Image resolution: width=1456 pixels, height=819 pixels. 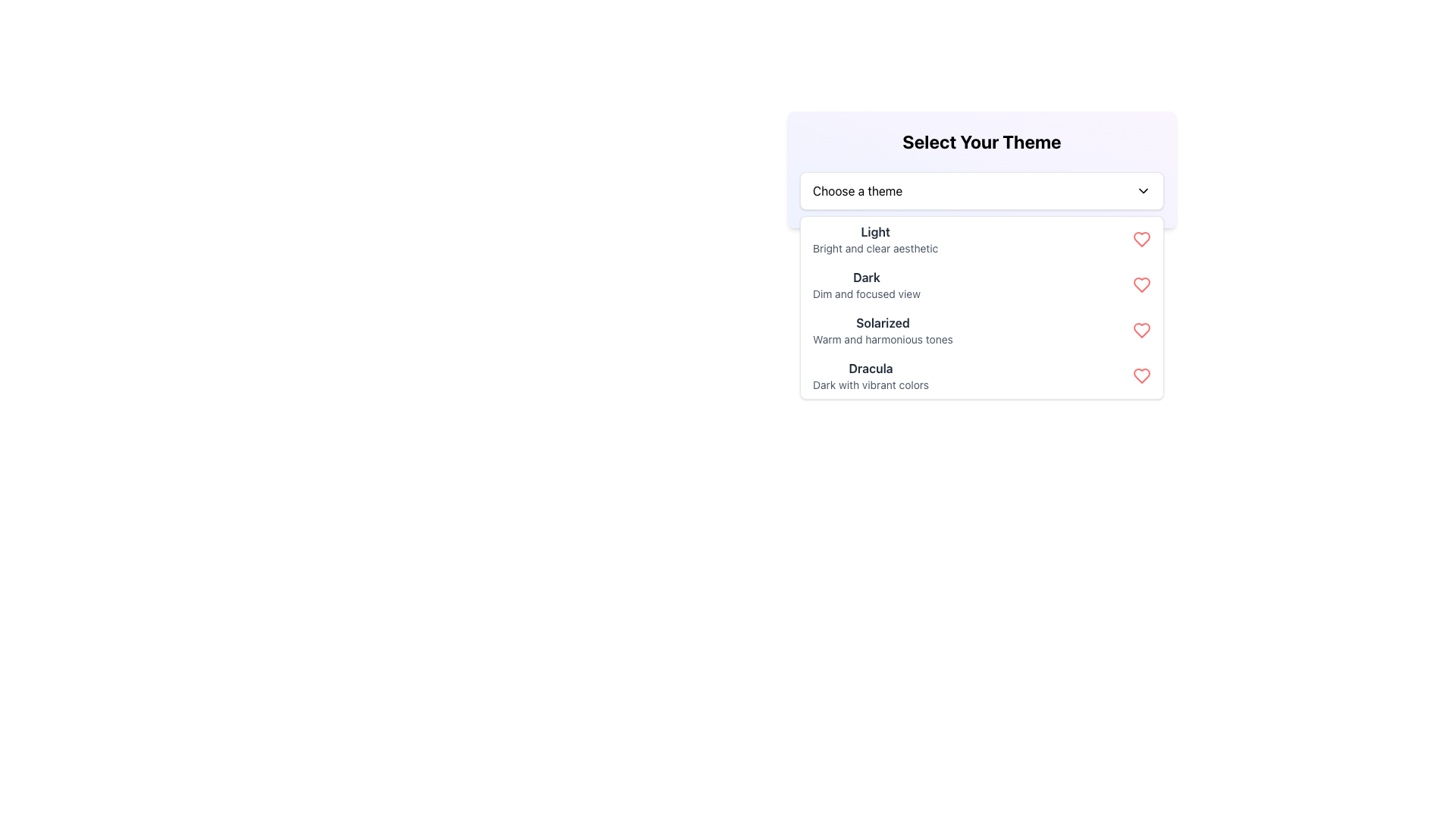 I want to click on the 'Dracula' theme selection option, which is the last item in the dropdown menu under 'Select Your Theme', so click(x=982, y=375).